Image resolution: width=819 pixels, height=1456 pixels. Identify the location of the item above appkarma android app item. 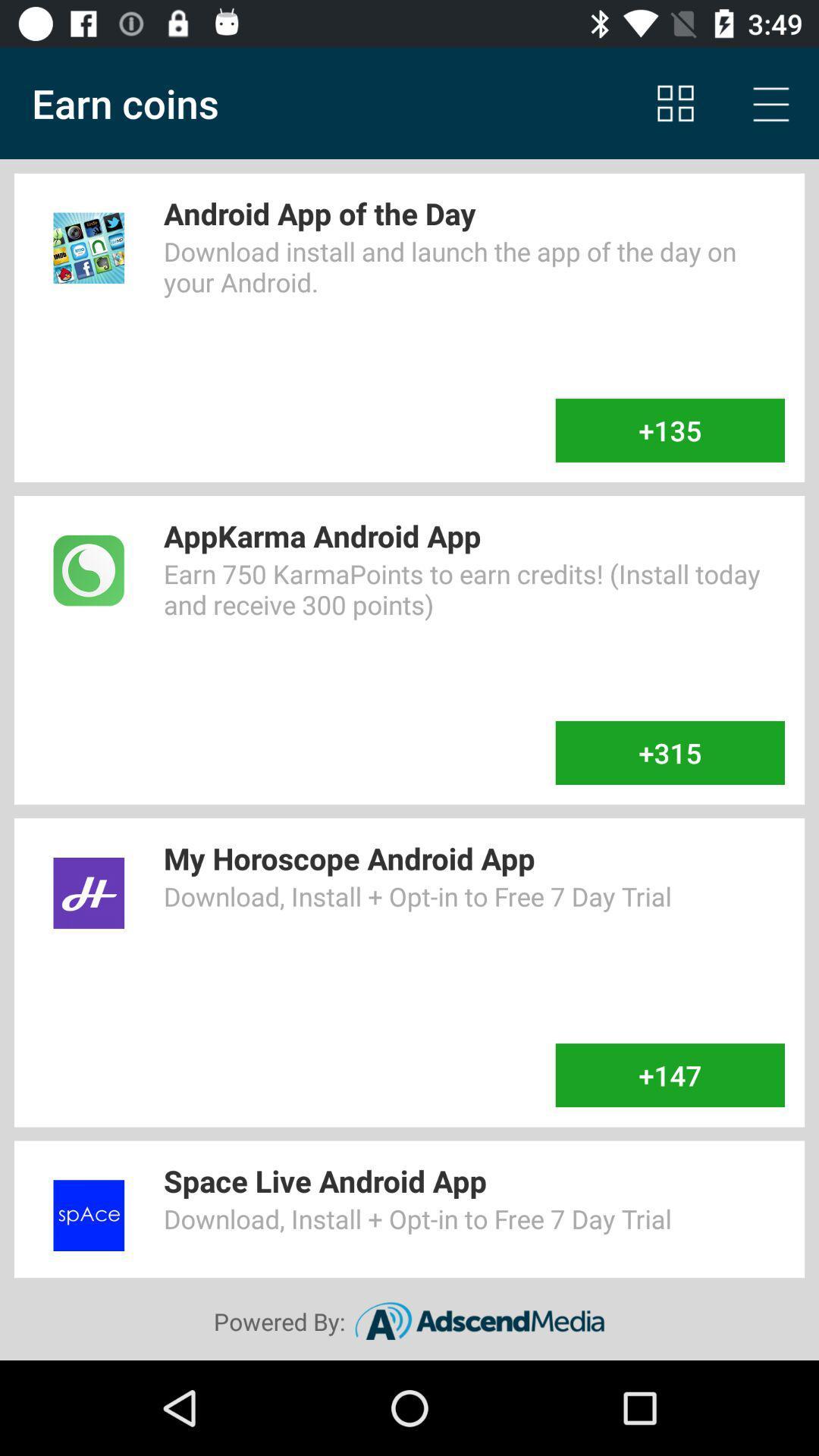
(669, 429).